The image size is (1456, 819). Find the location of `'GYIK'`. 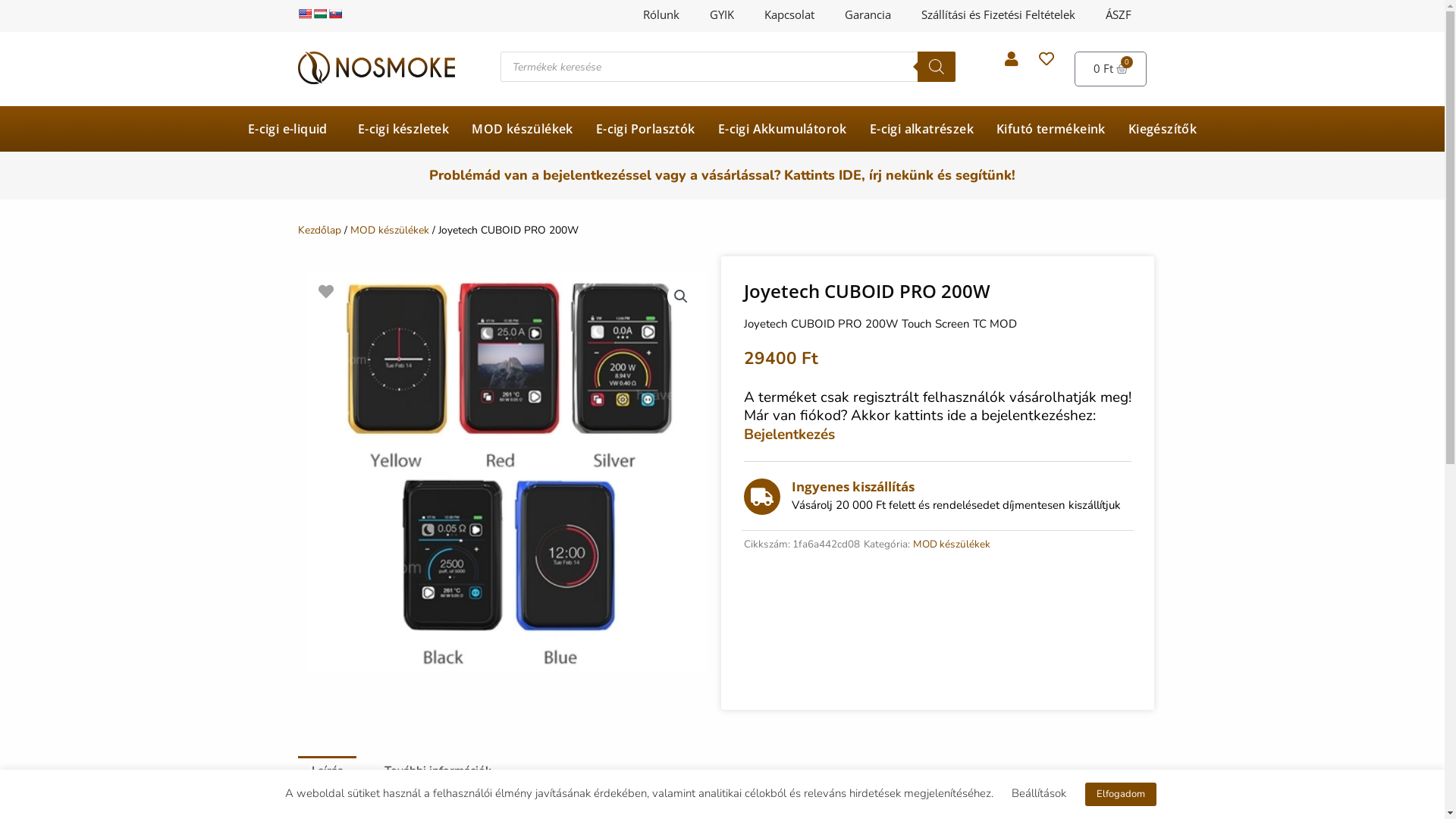

'GYIK' is located at coordinates (694, 14).